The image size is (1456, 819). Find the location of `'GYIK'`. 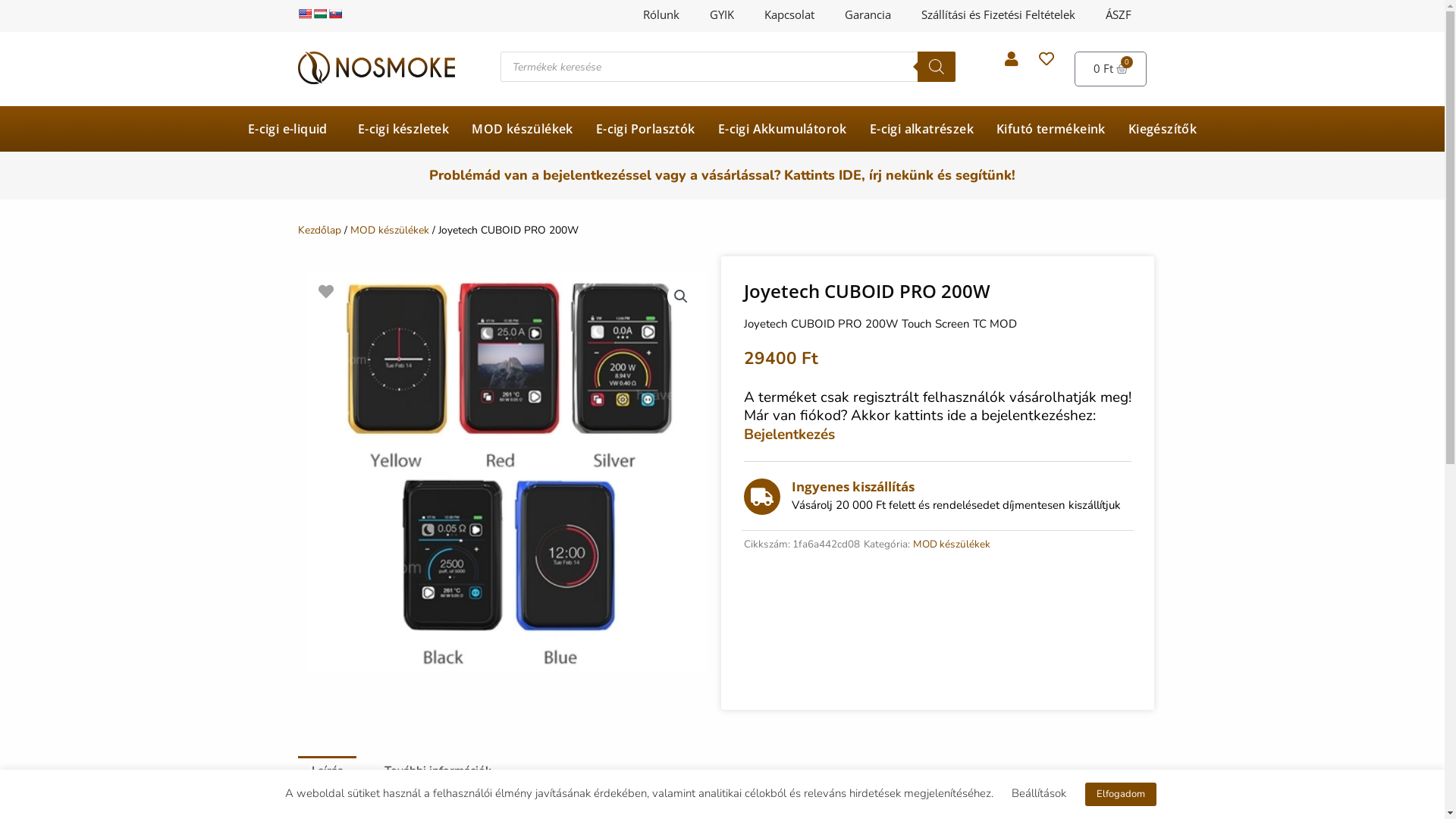

'GYIK' is located at coordinates (694, 14).